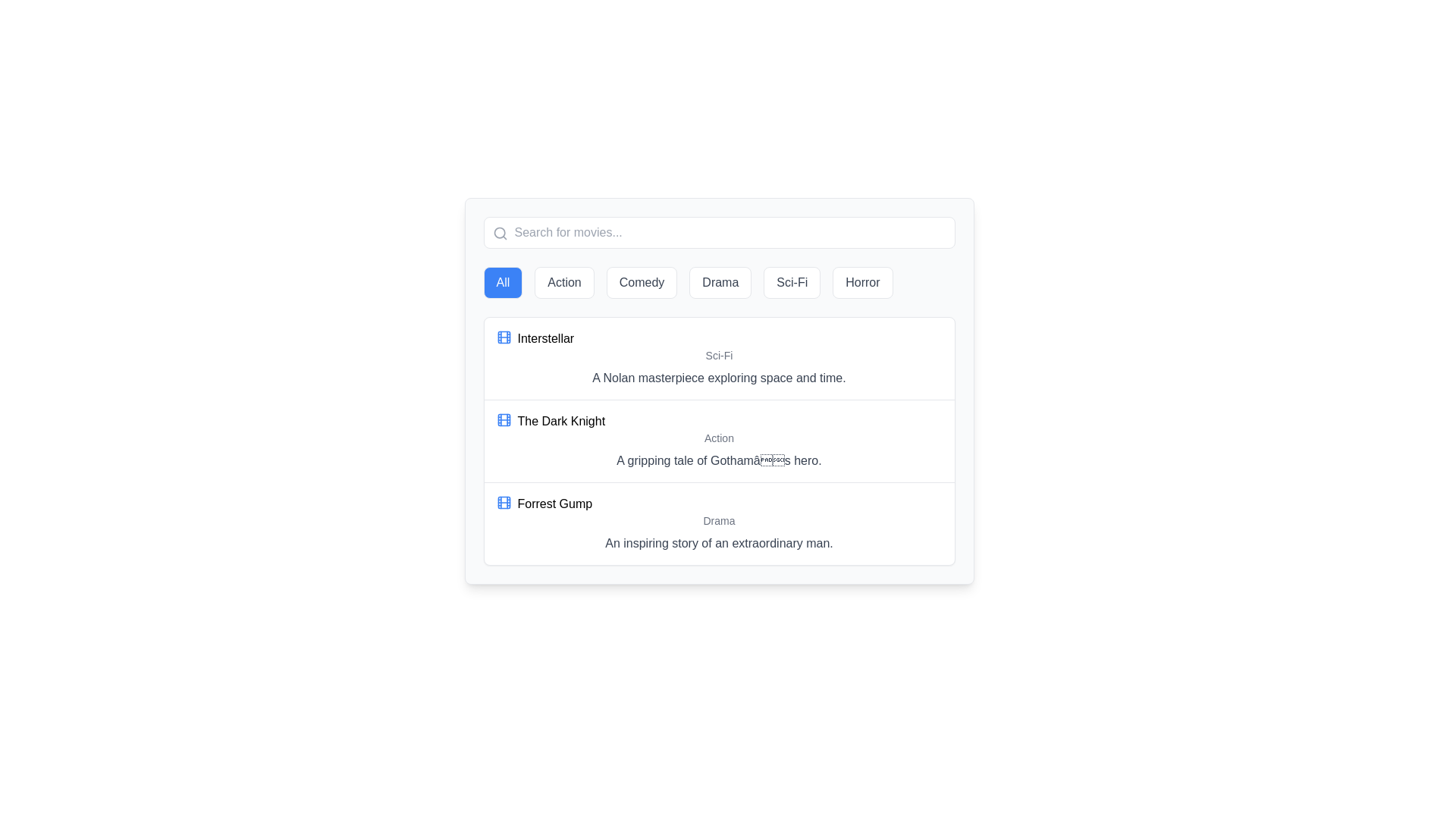 The height and width of the screenshot is (819, 1456). I want to click on information displayed on the Information card for the movie 'Forrest Gump', which is the third element in a vertical list of movie descriptions, so click(718, 522).